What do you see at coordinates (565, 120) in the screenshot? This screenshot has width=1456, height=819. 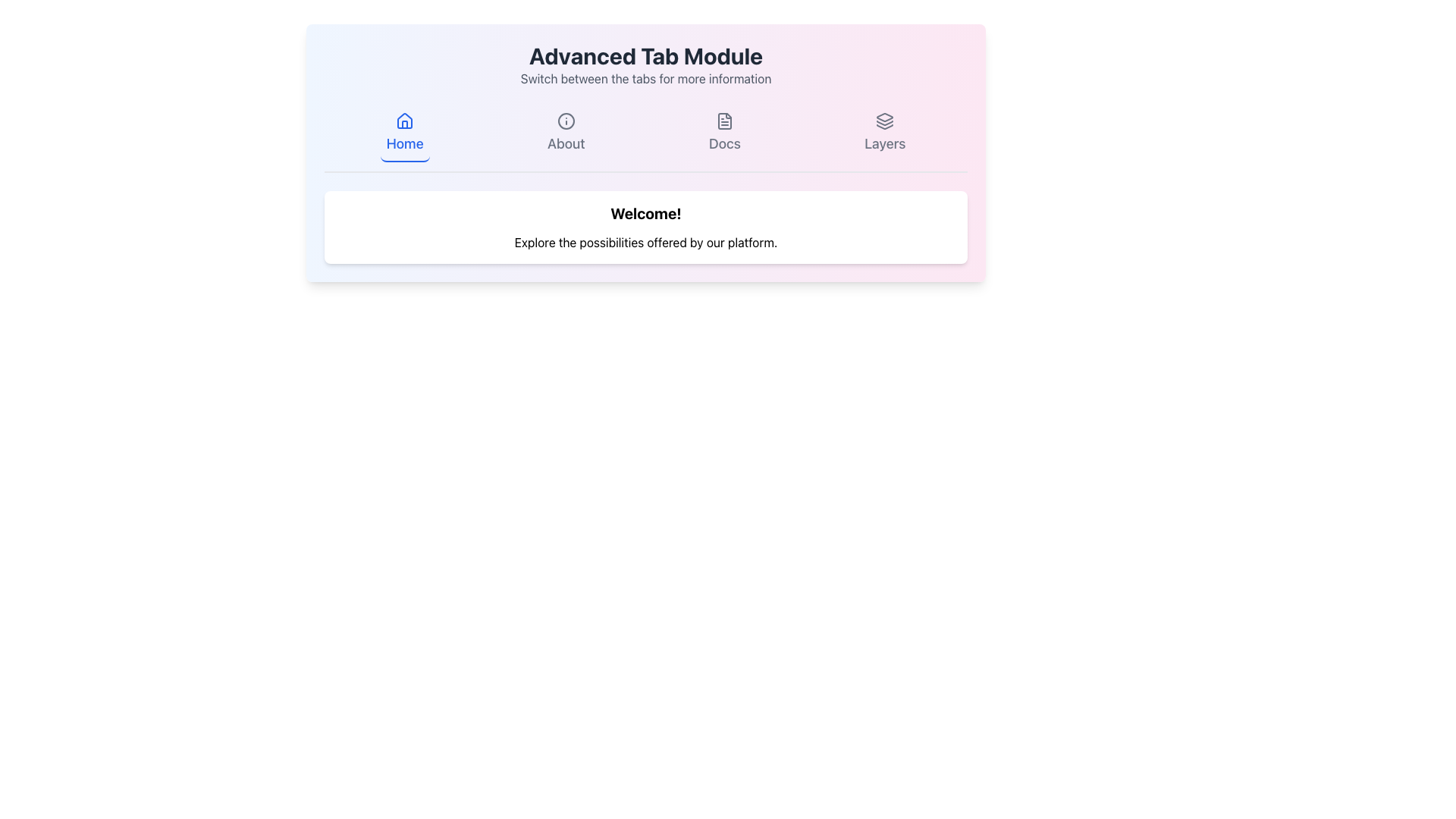 I see `the circular icon component located in the 'About' tab of the header section, which has a minimal styling and is centrally positioned within the icon` at bounding box center [565, 120].